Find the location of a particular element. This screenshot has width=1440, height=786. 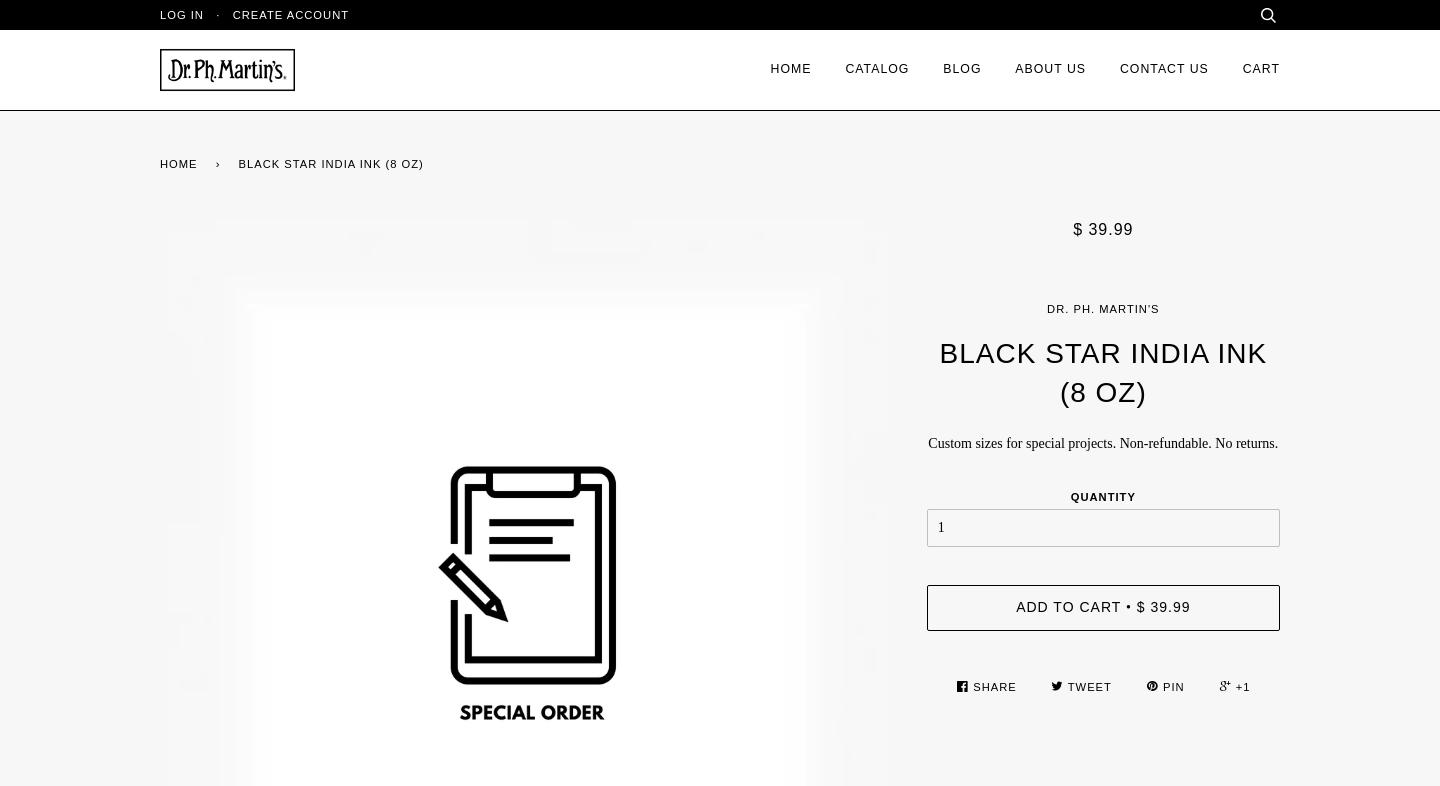

'Catalog' is located at coordinates (843, 68).